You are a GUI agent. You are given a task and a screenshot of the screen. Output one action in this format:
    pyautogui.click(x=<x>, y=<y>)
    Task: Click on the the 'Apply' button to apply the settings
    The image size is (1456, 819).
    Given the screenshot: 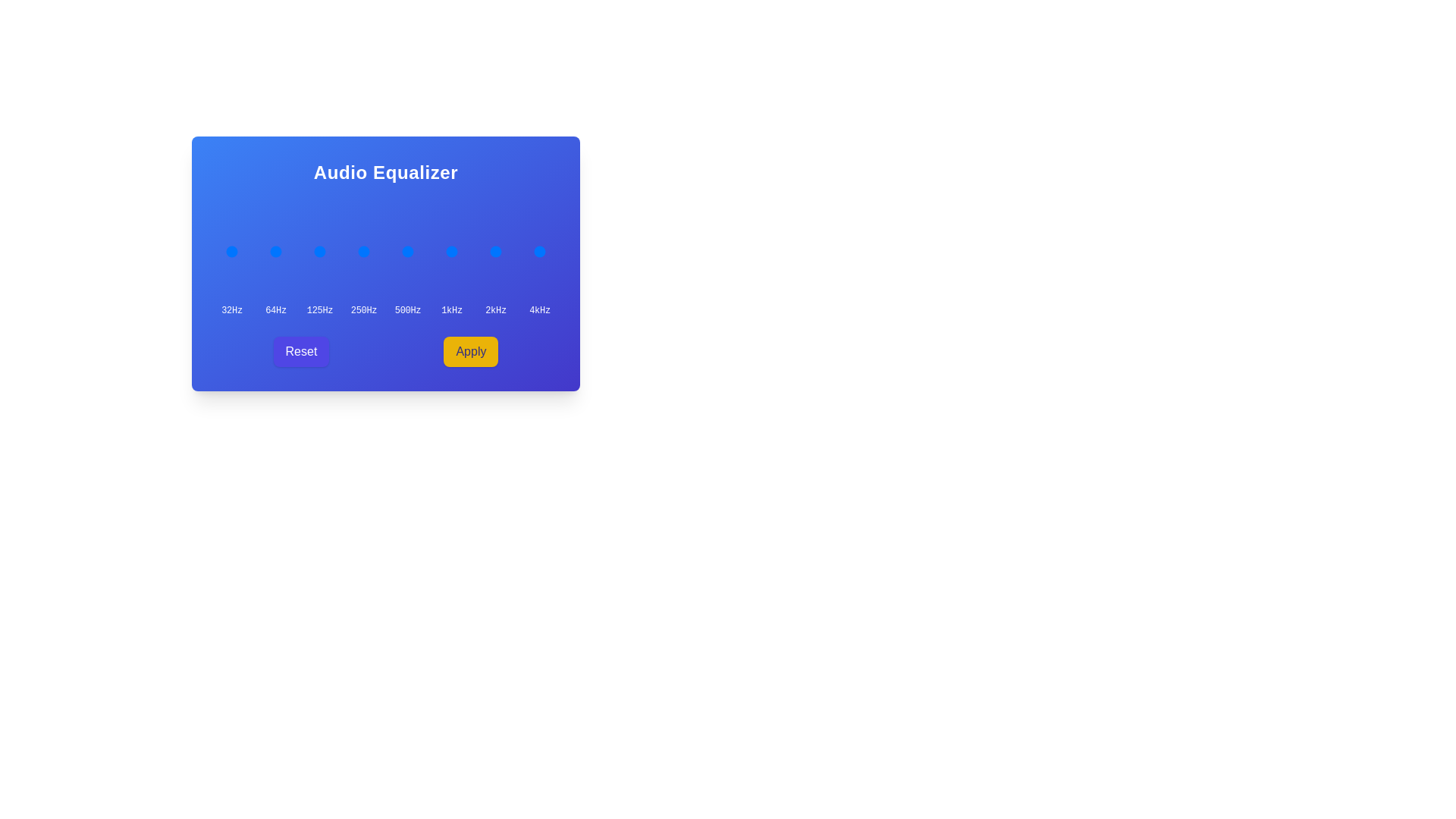 What is the action you would take?
    pyautogui.click(x=469, y=351)
    